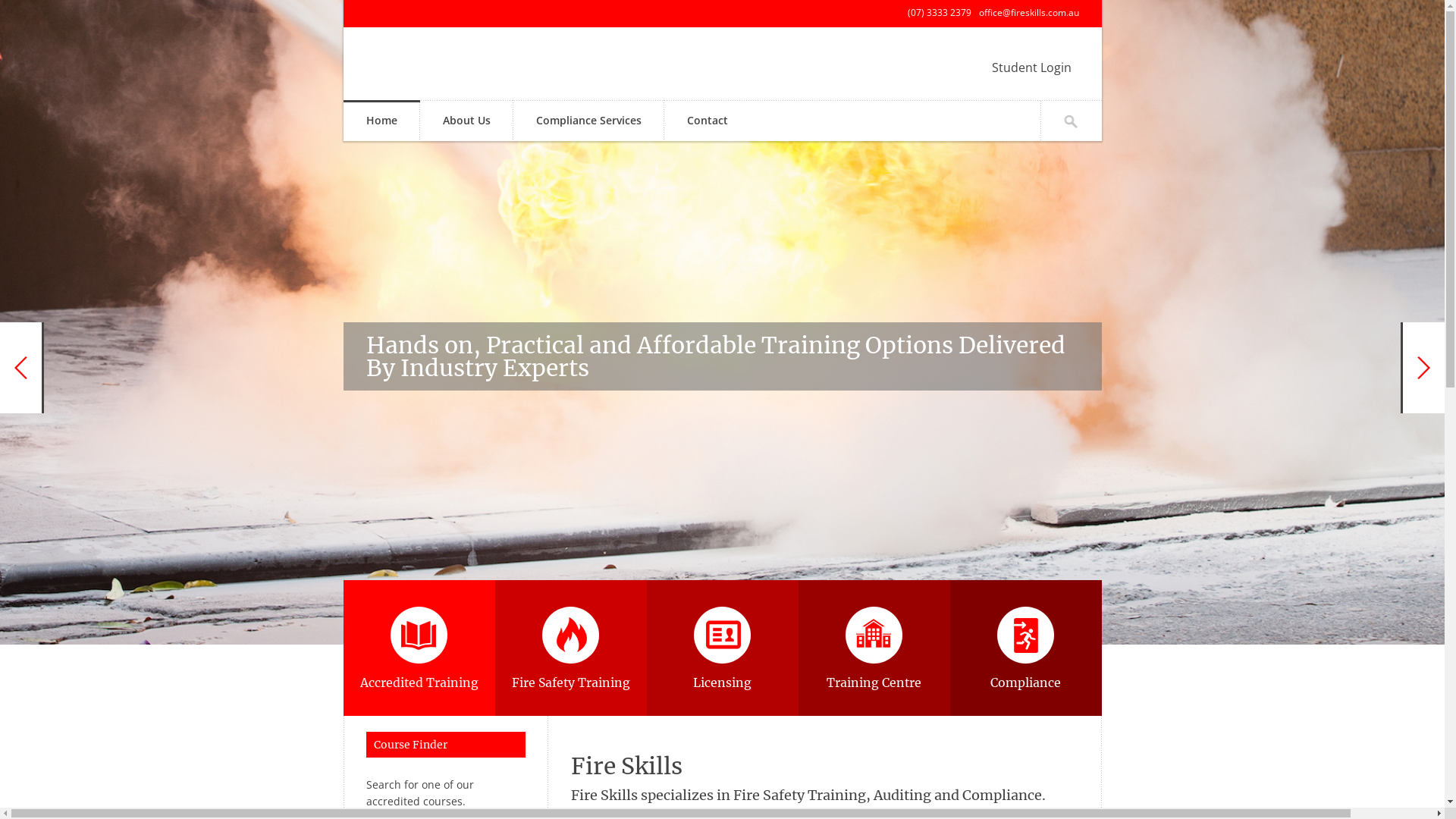  Describe the element at coordinates (1422, 368) in the screenshot. I see `'Next'` at that location.